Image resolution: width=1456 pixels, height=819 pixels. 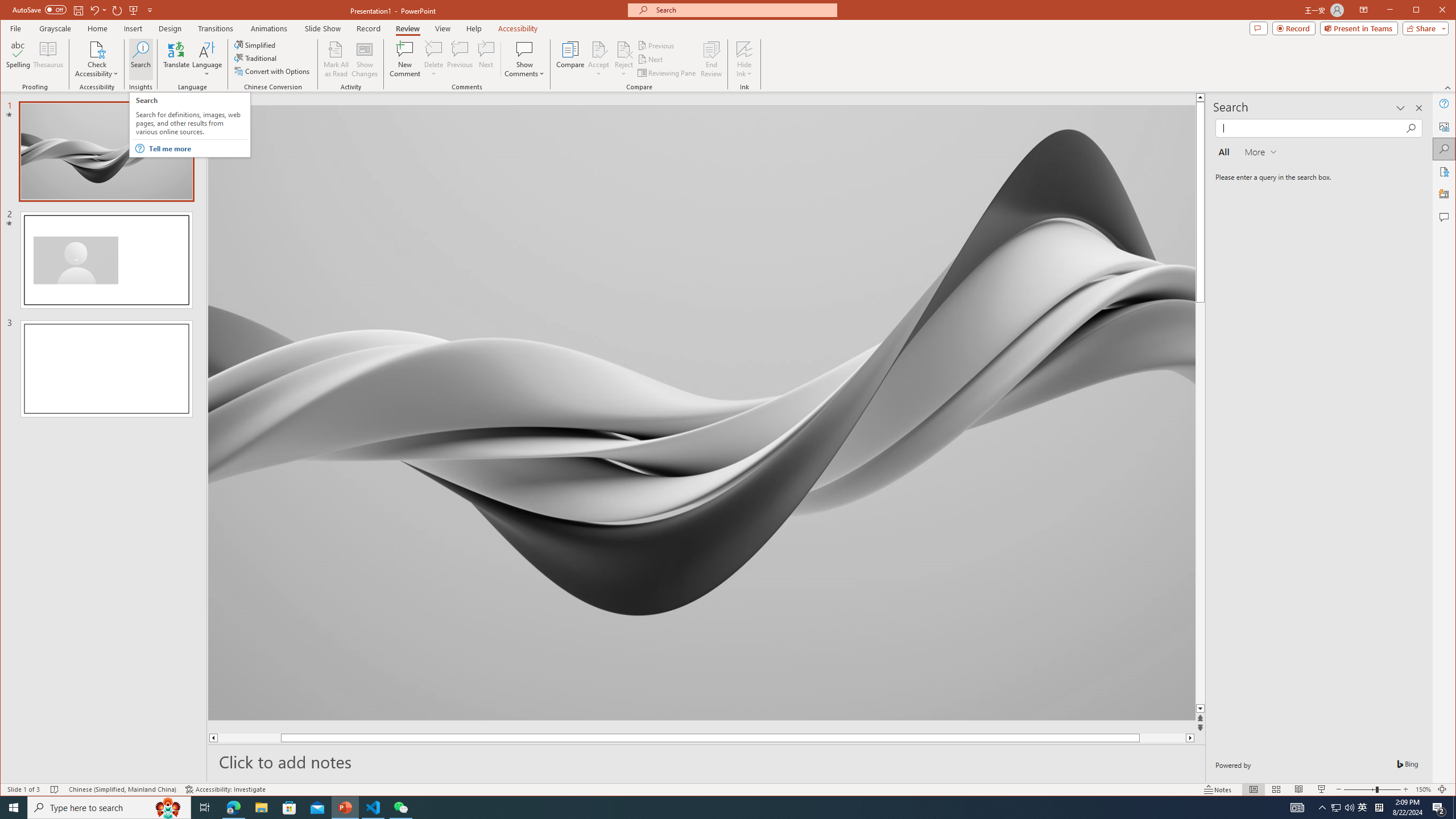 What do you see at coordinates (48, 59) in the screenshot?
I see `'Thesaurus...'` at bounding box center [48, 59].